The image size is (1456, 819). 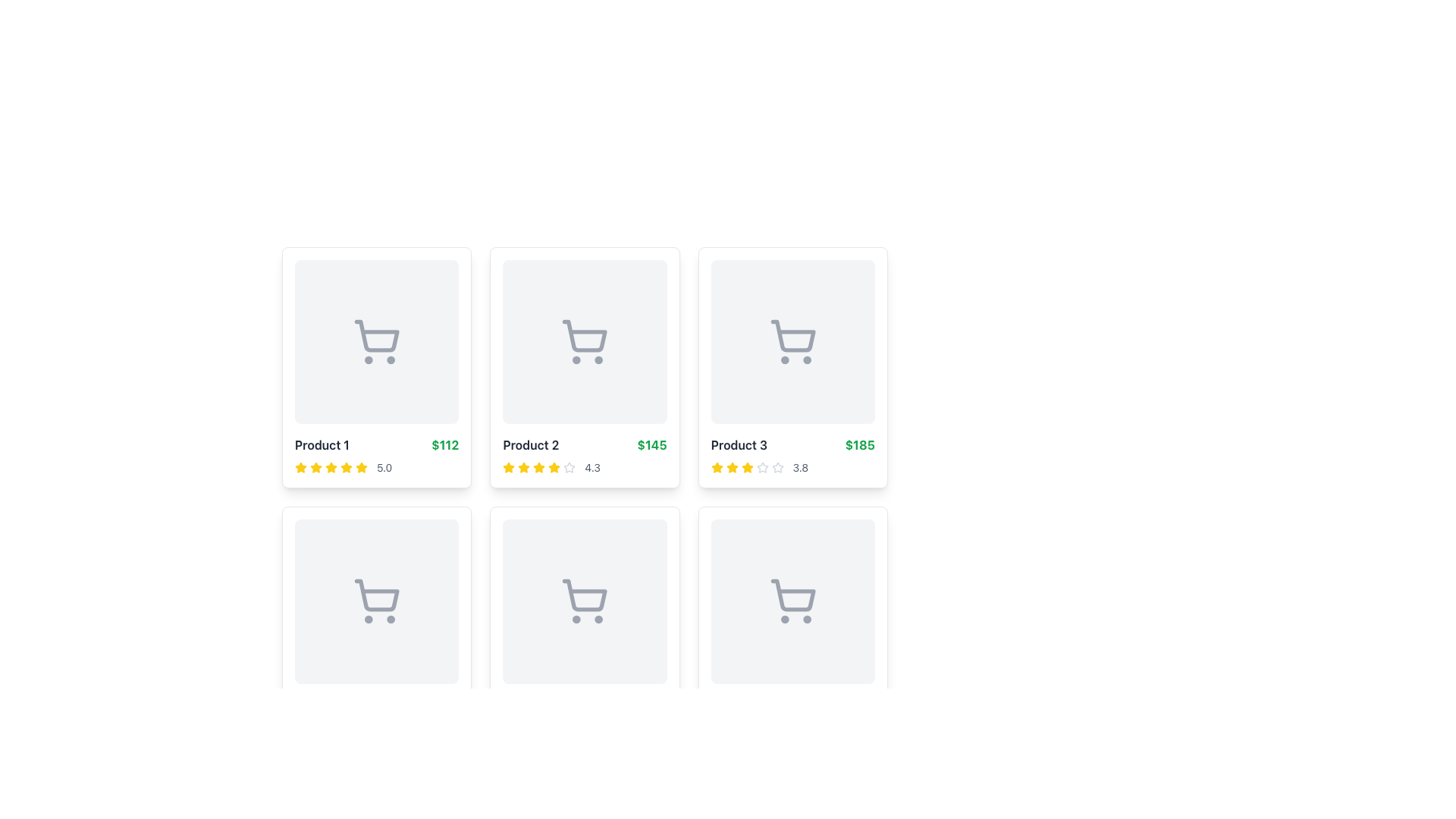 I want to click on the shopping cart icon located in the center of the middle row of the grid layout, so click(x=584, y=601).